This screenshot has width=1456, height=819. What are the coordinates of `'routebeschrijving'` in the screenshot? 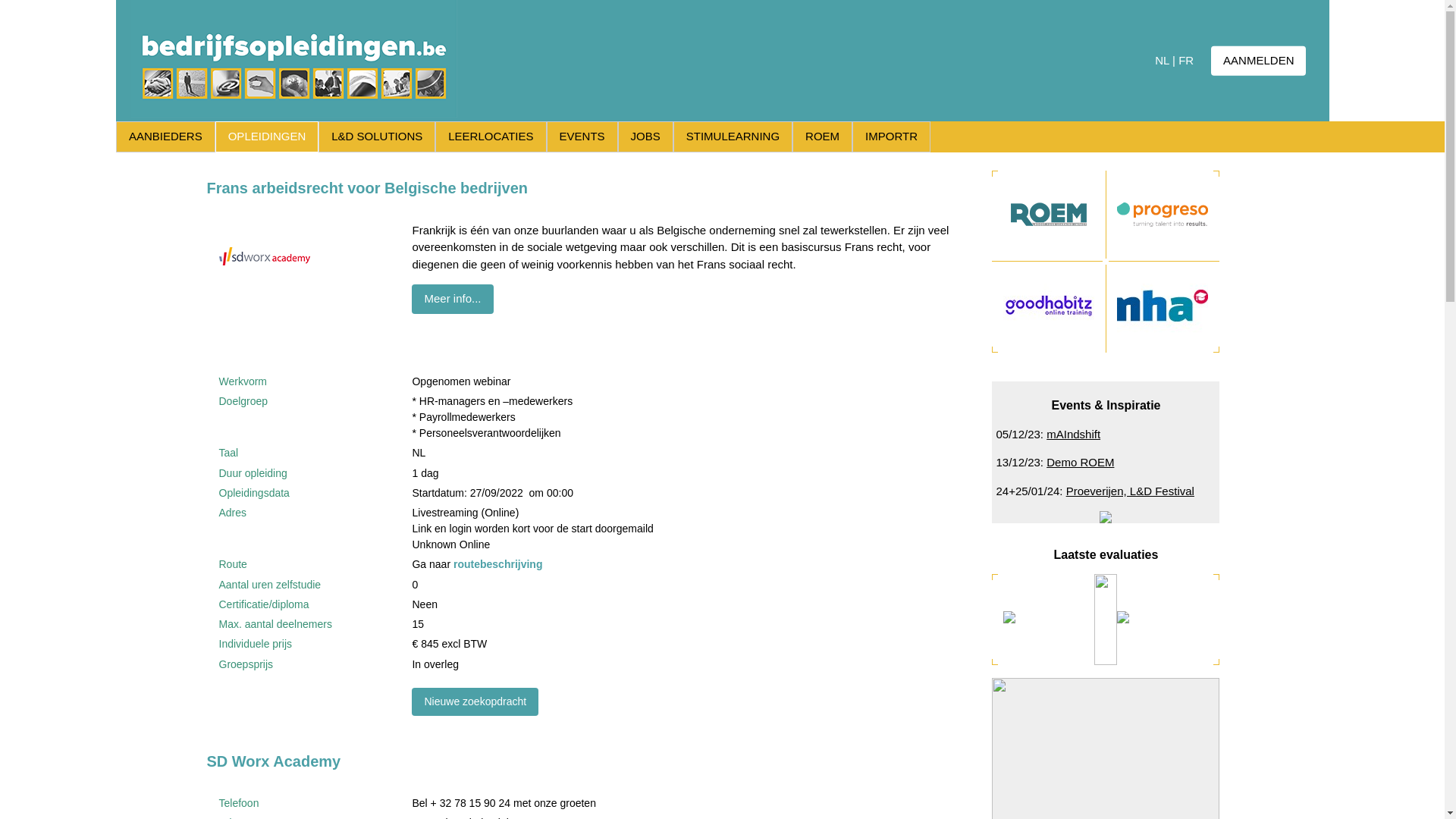 It's located at (497, 564).